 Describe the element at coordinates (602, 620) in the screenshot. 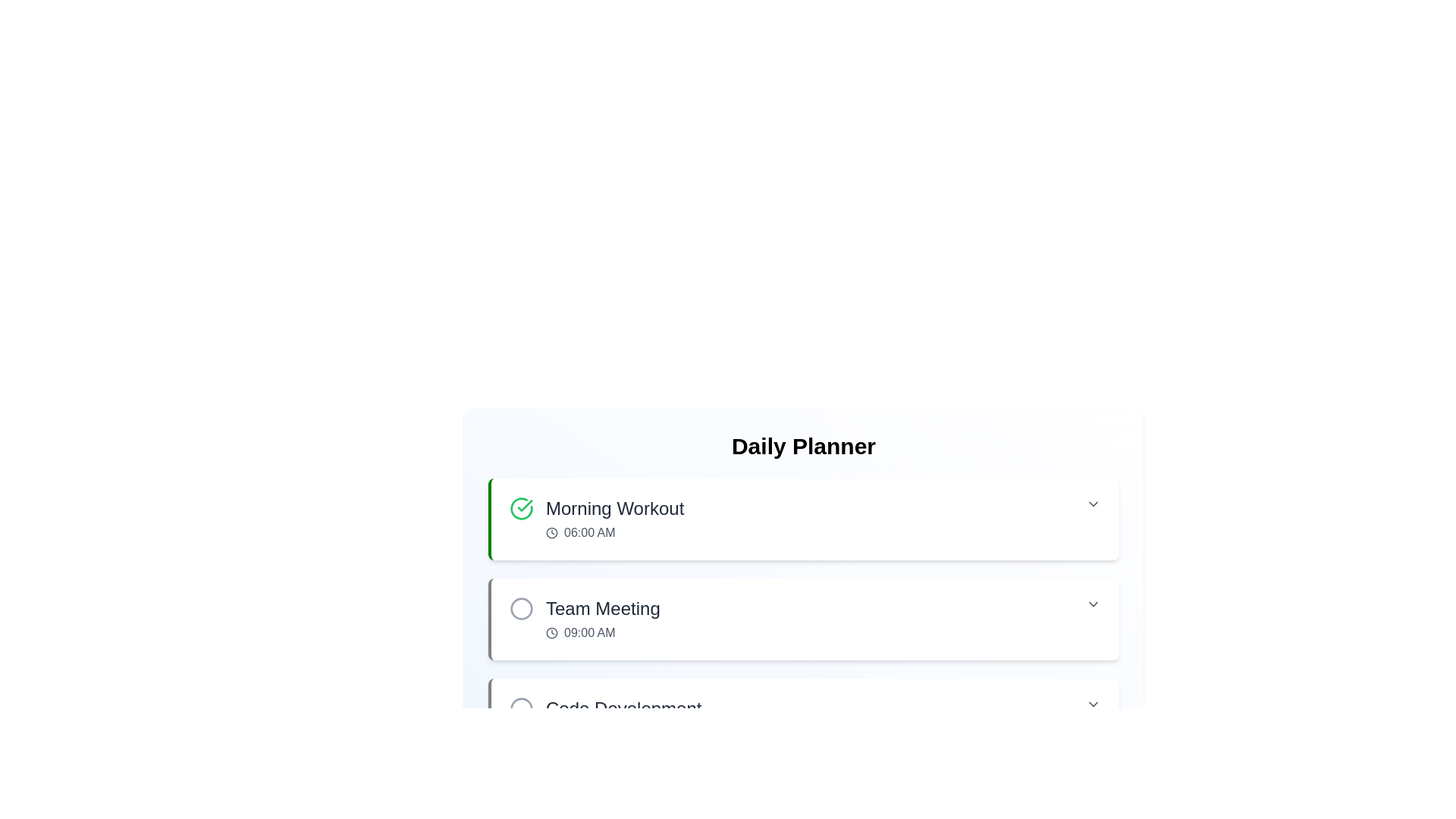

I see `on the 'Team Meeting' text display with embedded clock icon, which includes the time '09:00 AM' and is located under the 'Daily Planner' heading` at that location.